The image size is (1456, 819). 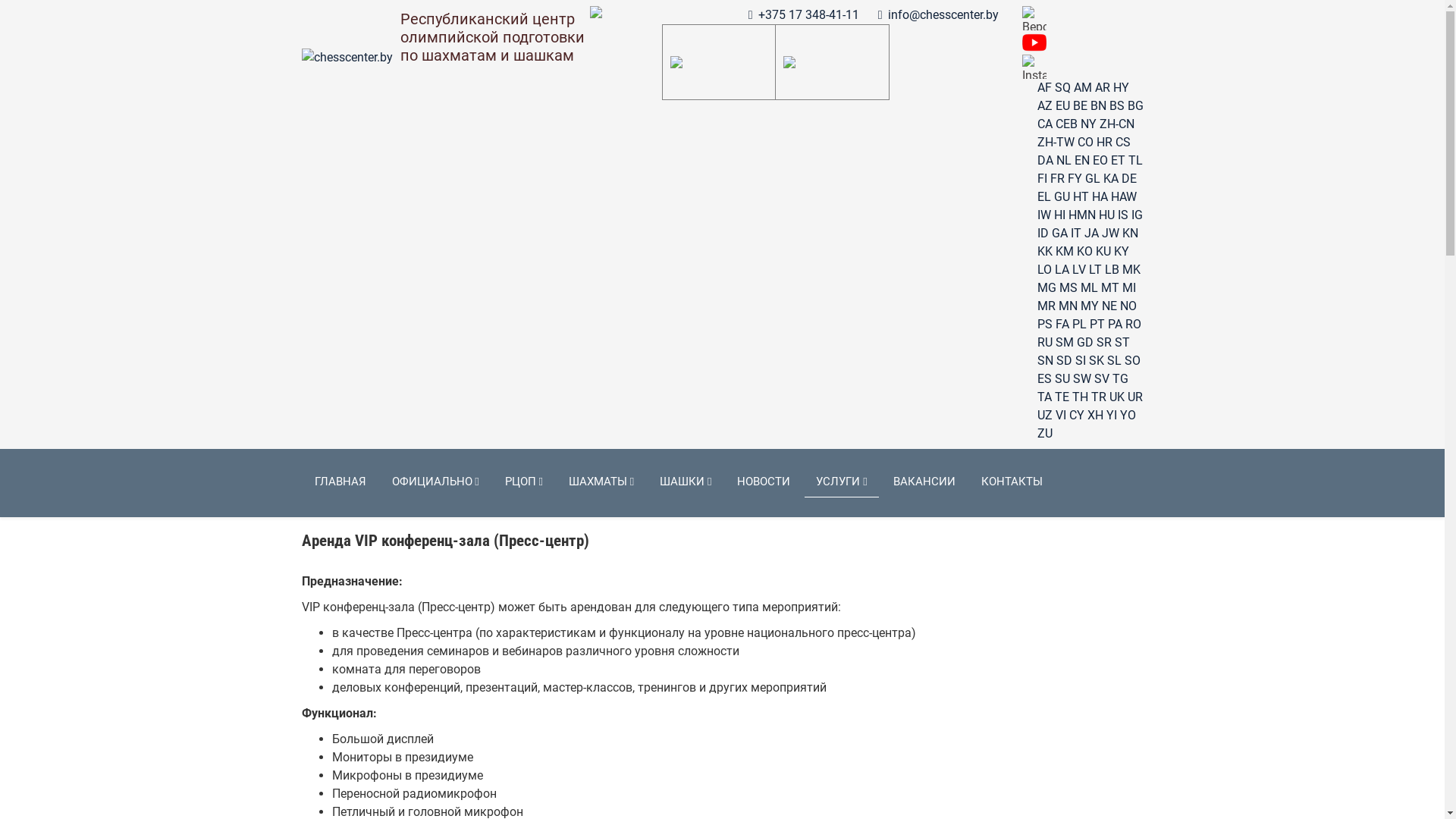 What do you see at coordinates (1076, 415) in the screenshot?
I see `'CY'` at bounding box center [1076, 415].